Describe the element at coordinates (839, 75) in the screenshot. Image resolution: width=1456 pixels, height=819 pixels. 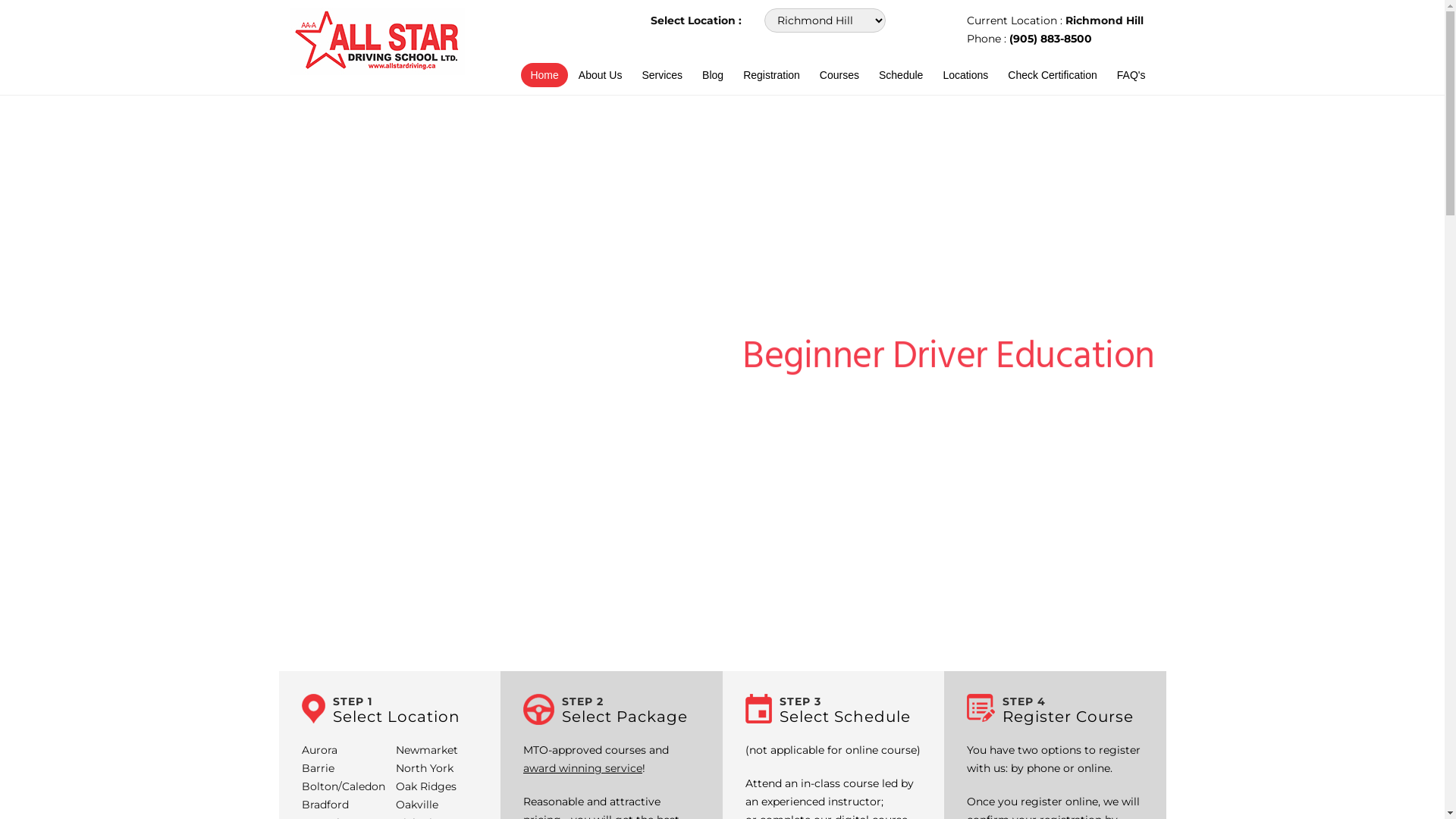
I see `'Courses'` at that location.